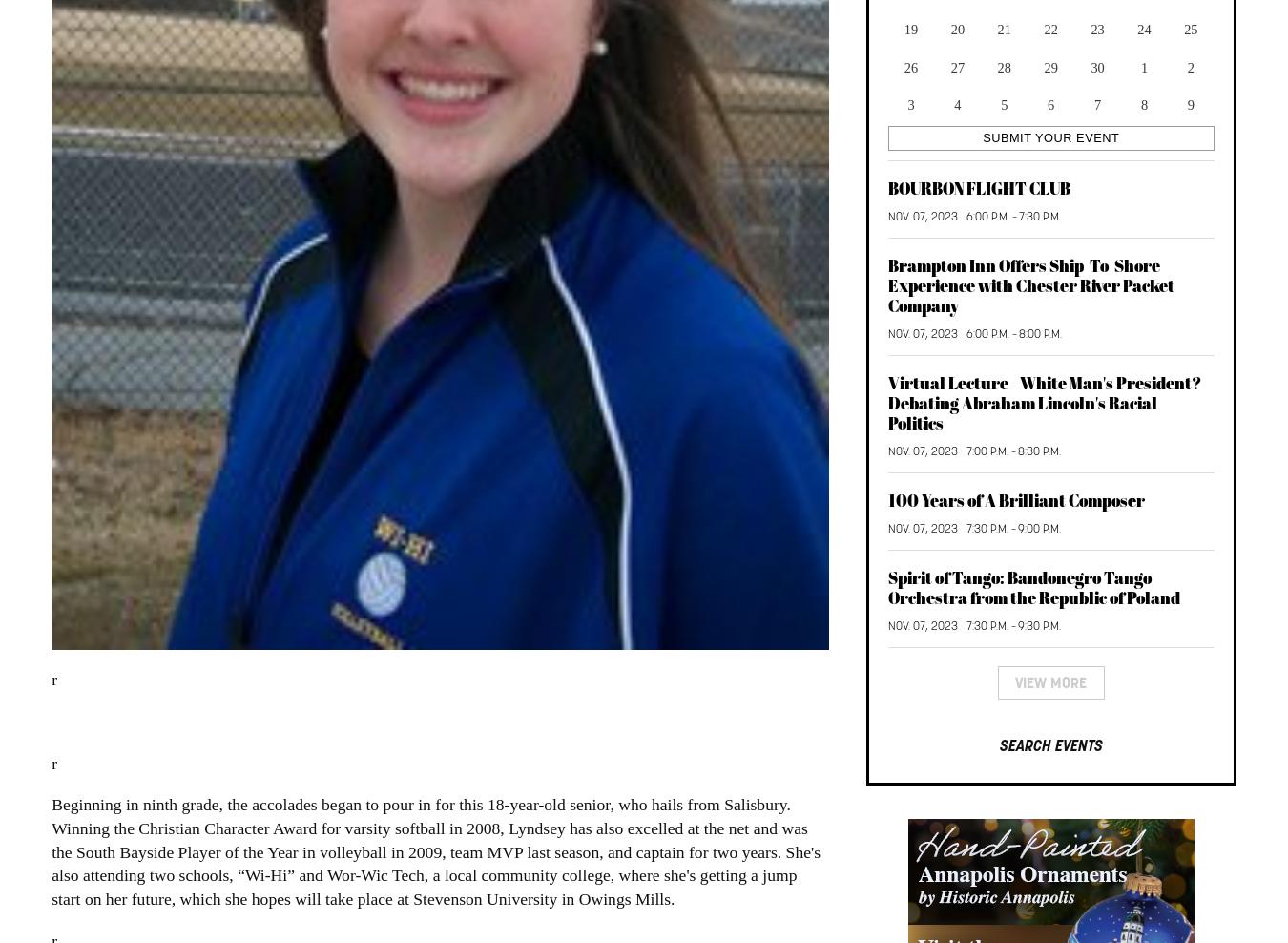 This screenshot has width=1288, height=943. I want to click on '21', so click(1004, 29).